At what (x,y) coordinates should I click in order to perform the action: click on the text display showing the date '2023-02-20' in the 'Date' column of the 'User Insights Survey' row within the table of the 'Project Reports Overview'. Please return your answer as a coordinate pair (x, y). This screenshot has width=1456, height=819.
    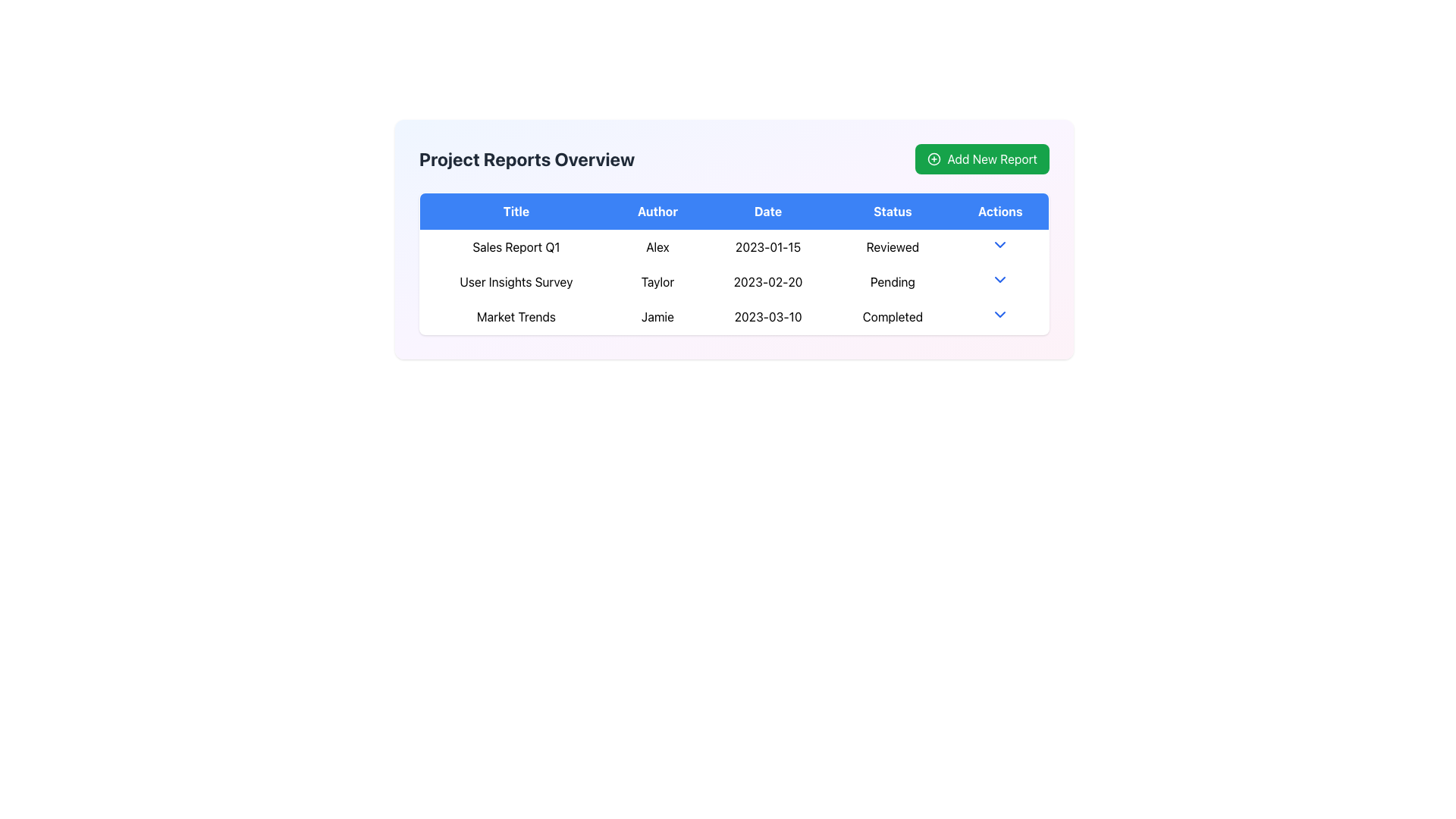
    Looking at the image, I should click on (767, 281).